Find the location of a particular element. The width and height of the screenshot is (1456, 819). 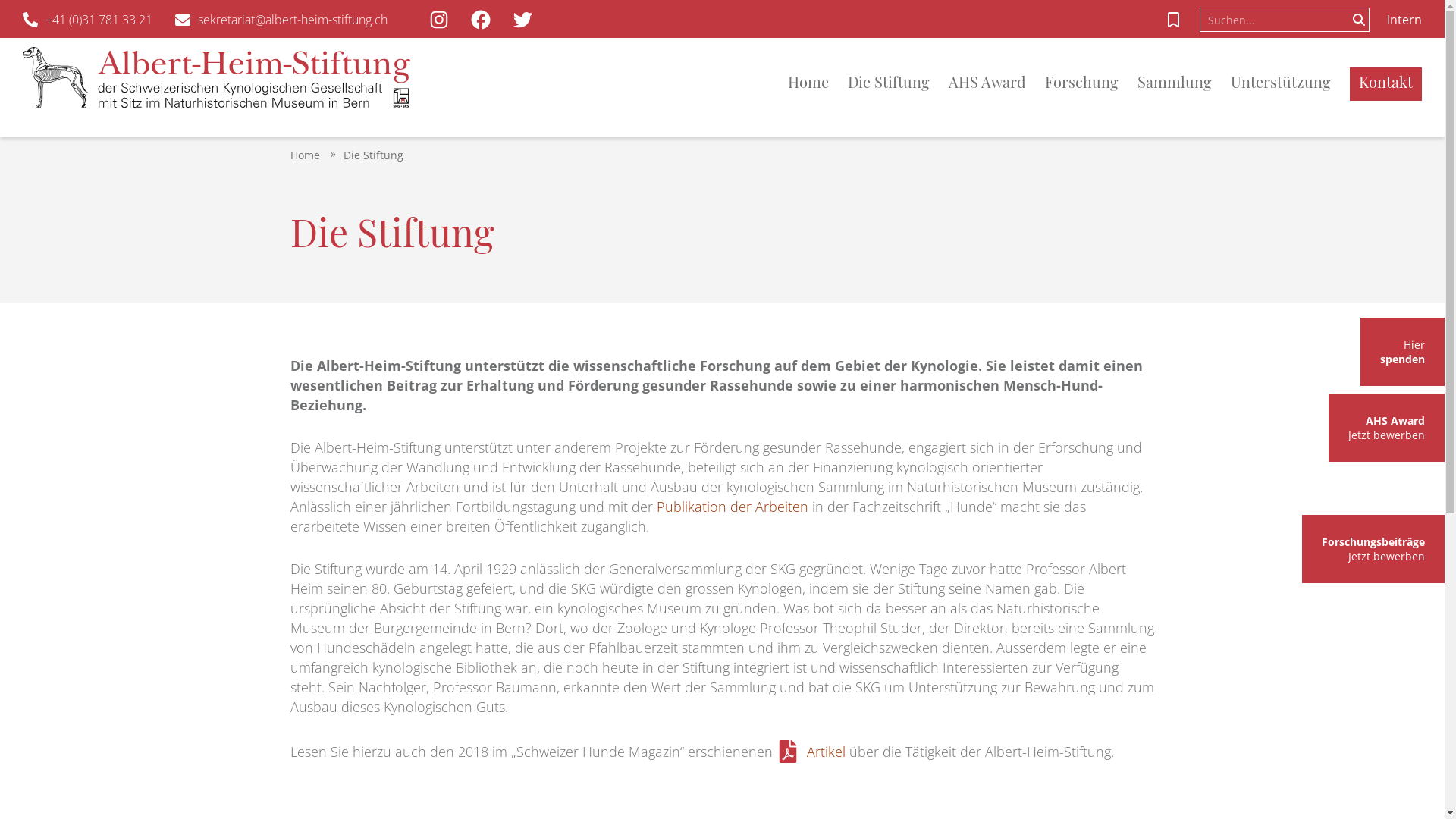

'AHS Award' is located at coordinates (996, 83).